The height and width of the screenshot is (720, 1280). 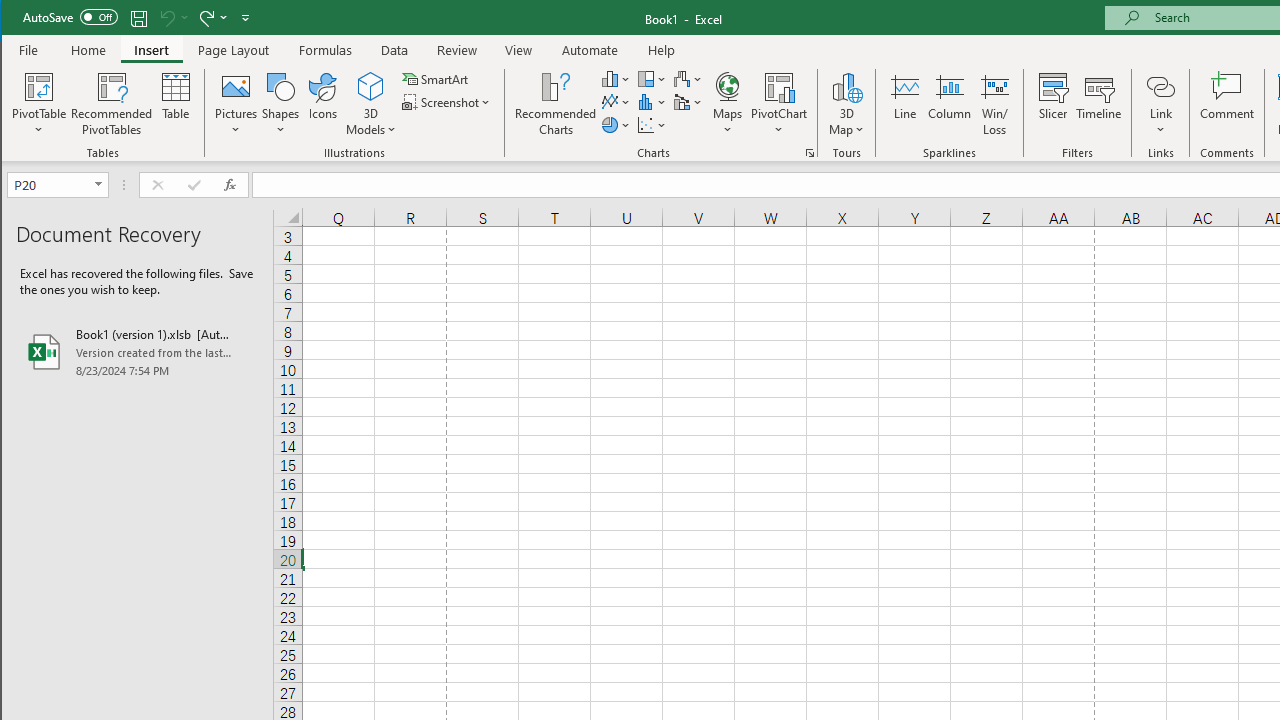 I want to click on 'Insert Pie or Doughnut Chart', so click(x=615, y=125).